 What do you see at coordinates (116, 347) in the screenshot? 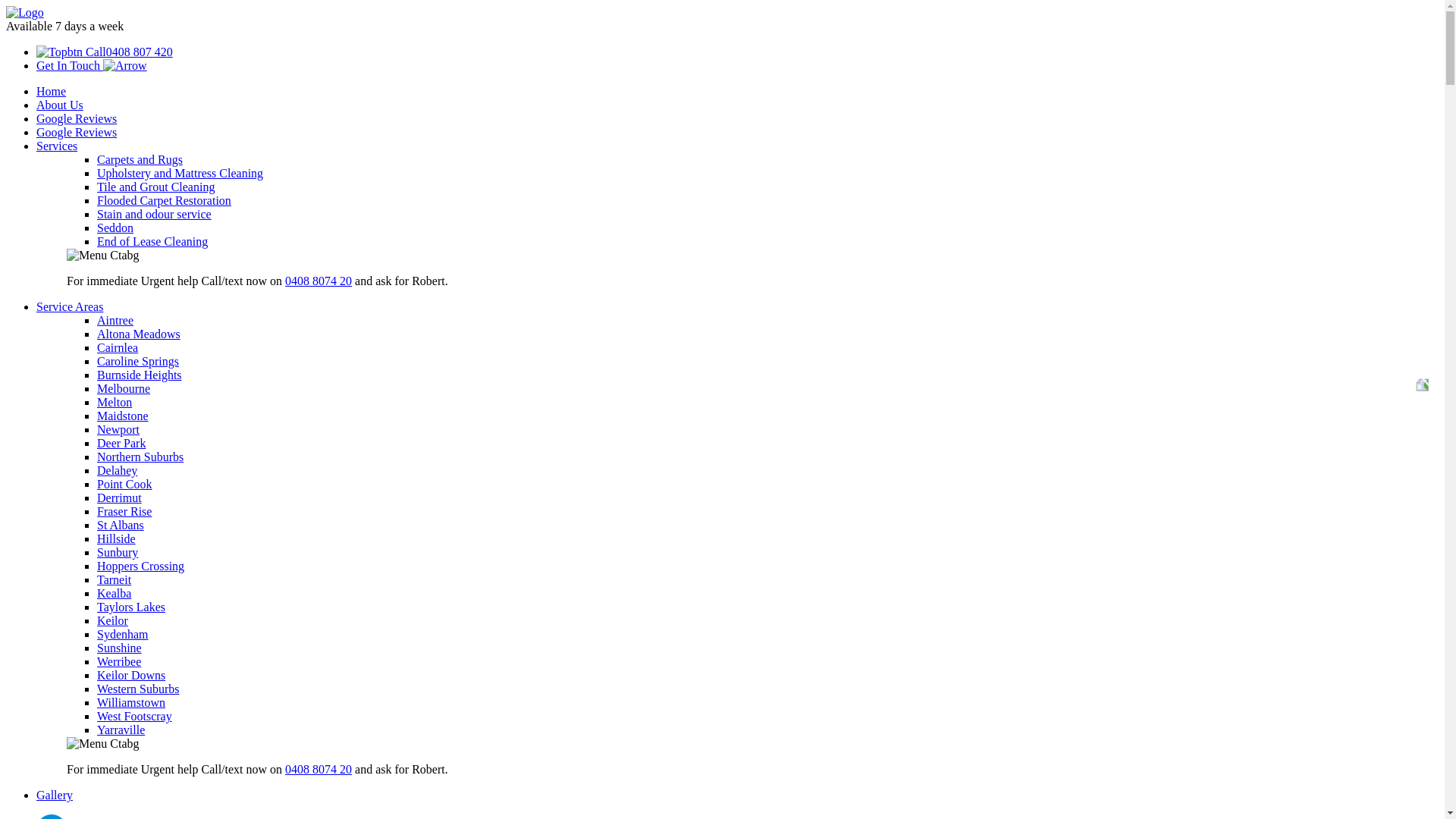
I see `'Cairnlea'` at bounding box center [116, 347].